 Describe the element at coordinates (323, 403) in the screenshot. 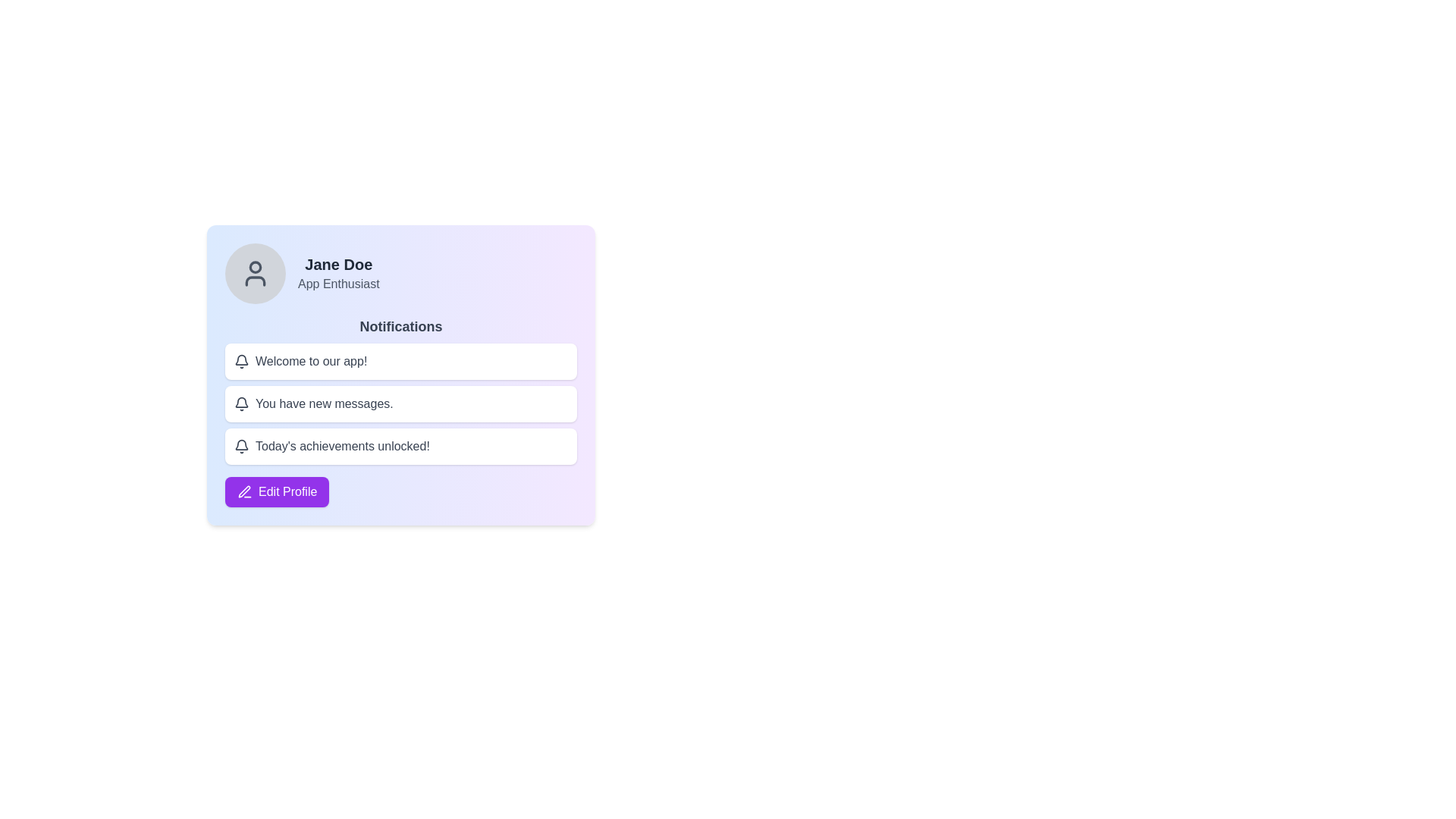

I see `the static text element displaying 'You have new messages.' which is centrally aligned within the notification component` at that location.